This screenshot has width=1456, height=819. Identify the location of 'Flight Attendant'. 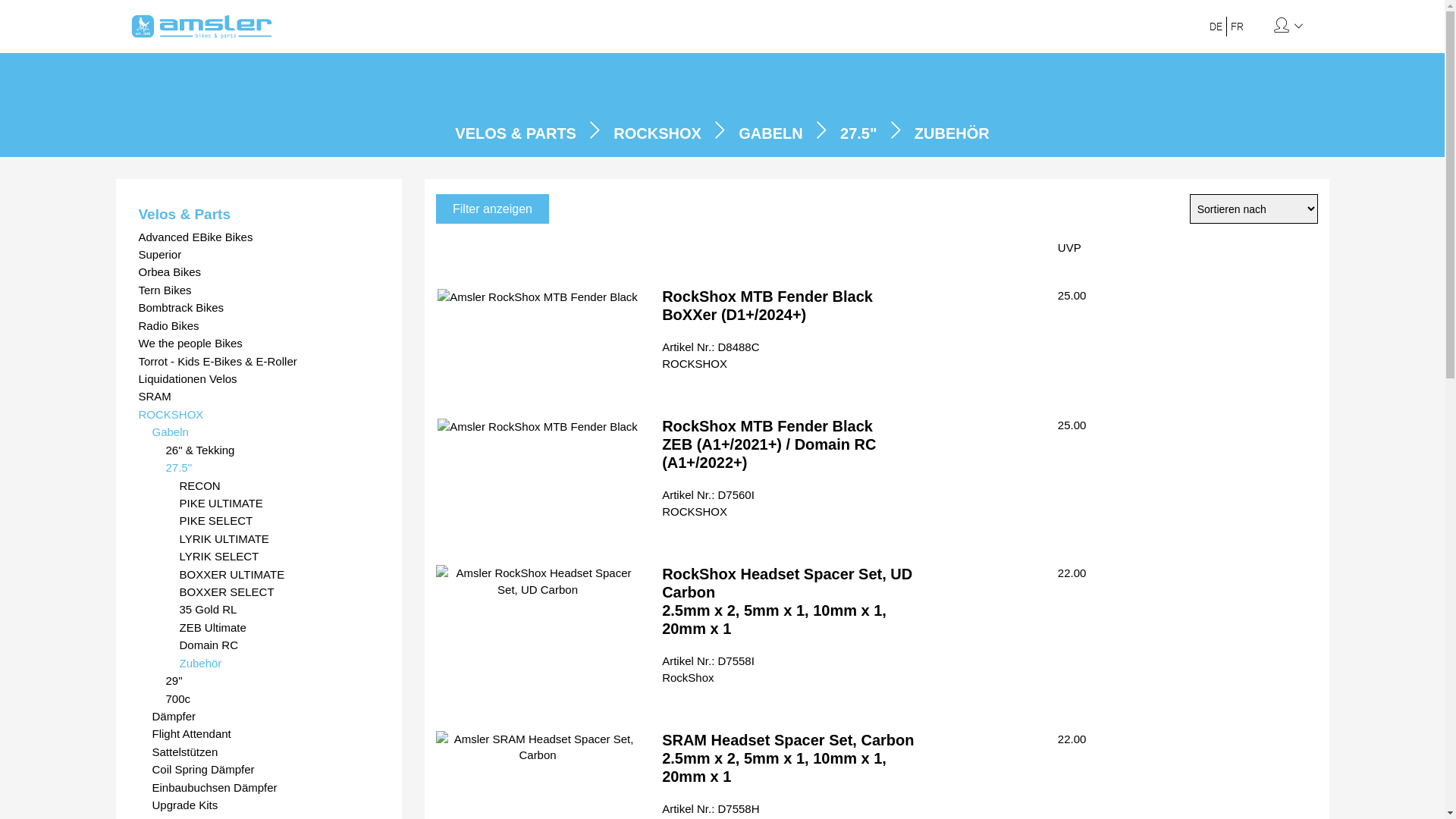
(265, 733).